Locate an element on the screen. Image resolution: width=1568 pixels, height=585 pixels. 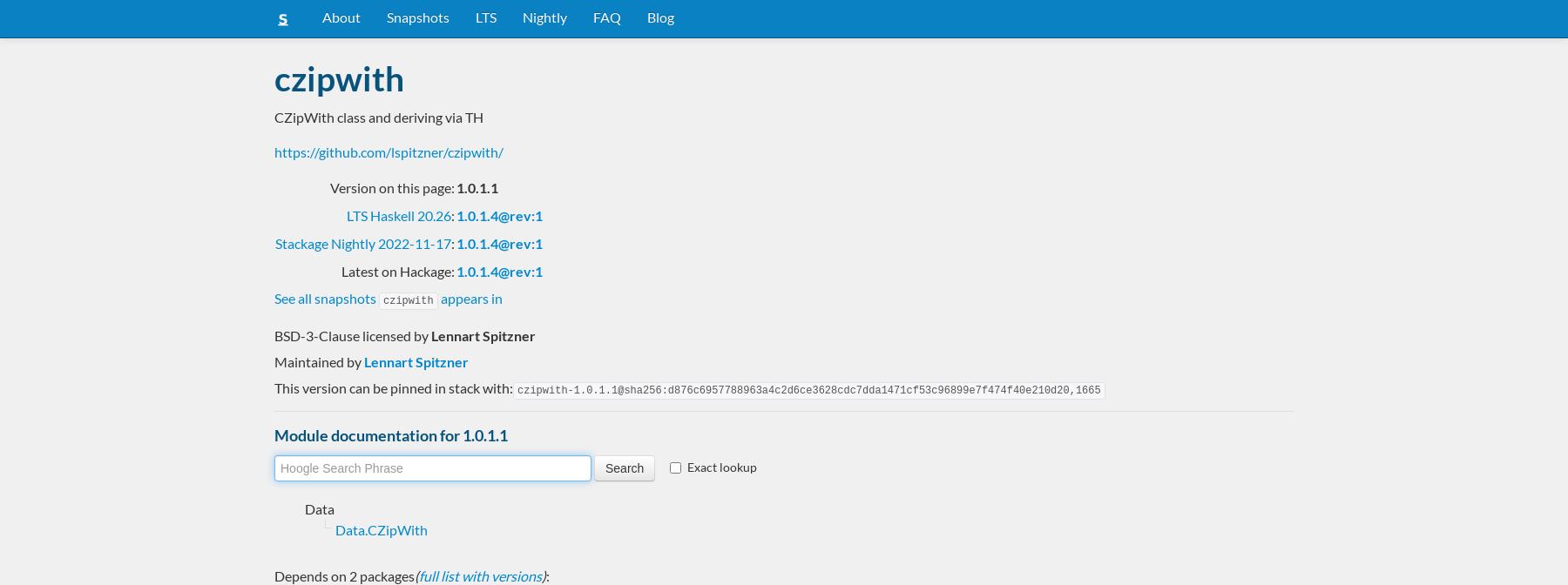
'CZipWith class and deriving via TH' is located at coordinates (379, 116).